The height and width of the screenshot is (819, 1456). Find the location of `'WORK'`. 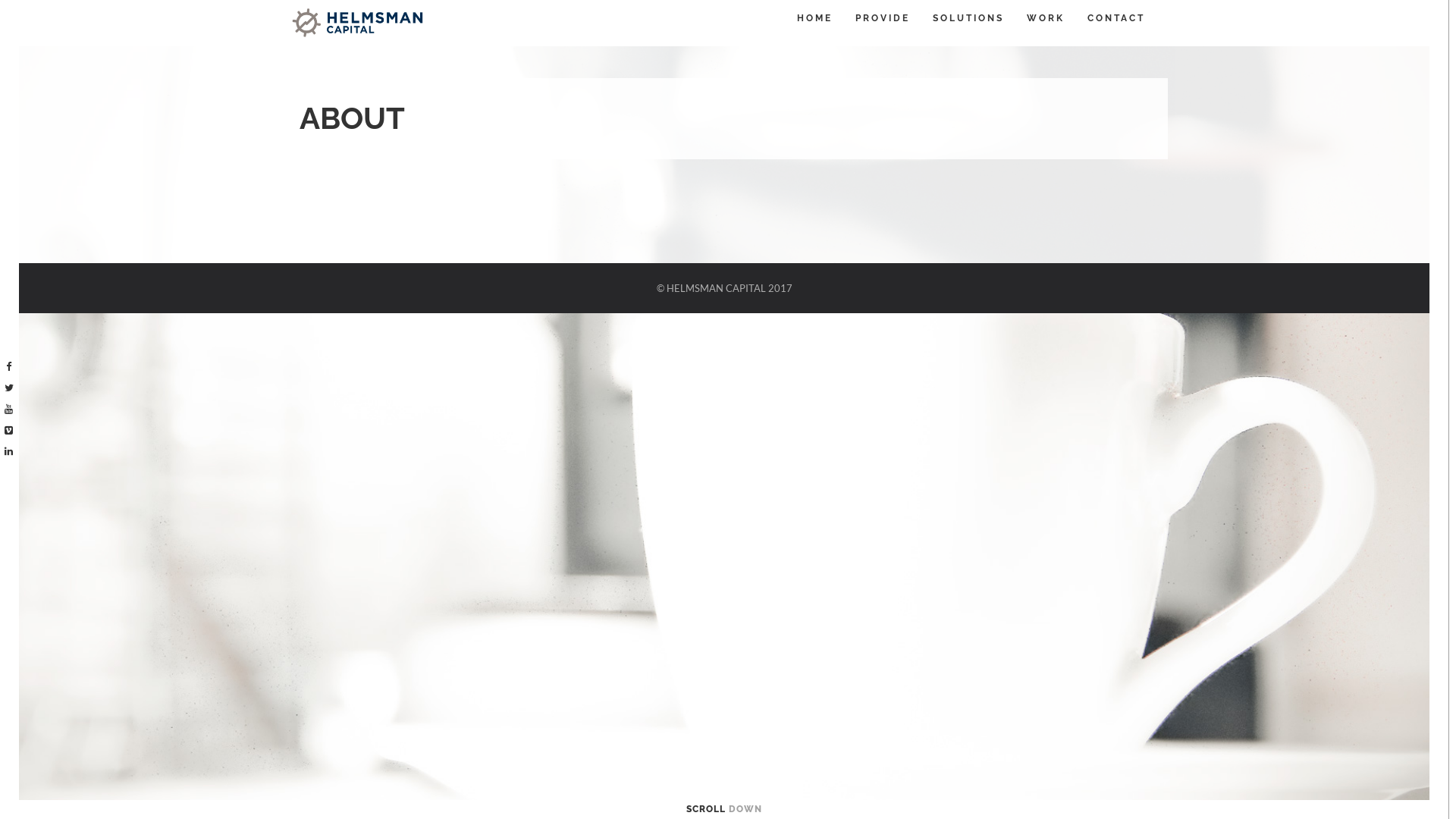

'WORK' is located at coordinates (1026, 17).